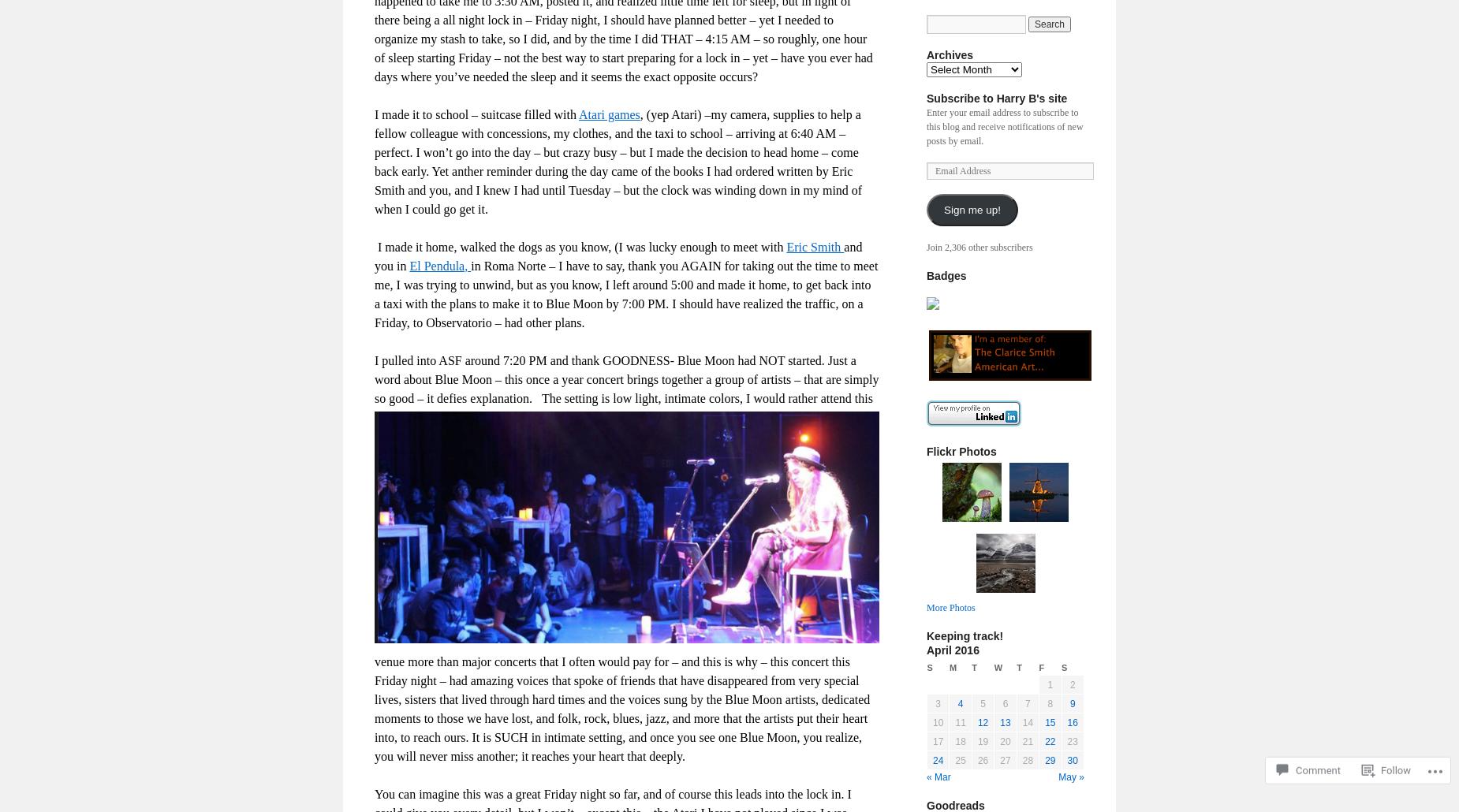 The width and height of the screenshot is (1459, 812). I want to click on 'M', so click(952, 666).